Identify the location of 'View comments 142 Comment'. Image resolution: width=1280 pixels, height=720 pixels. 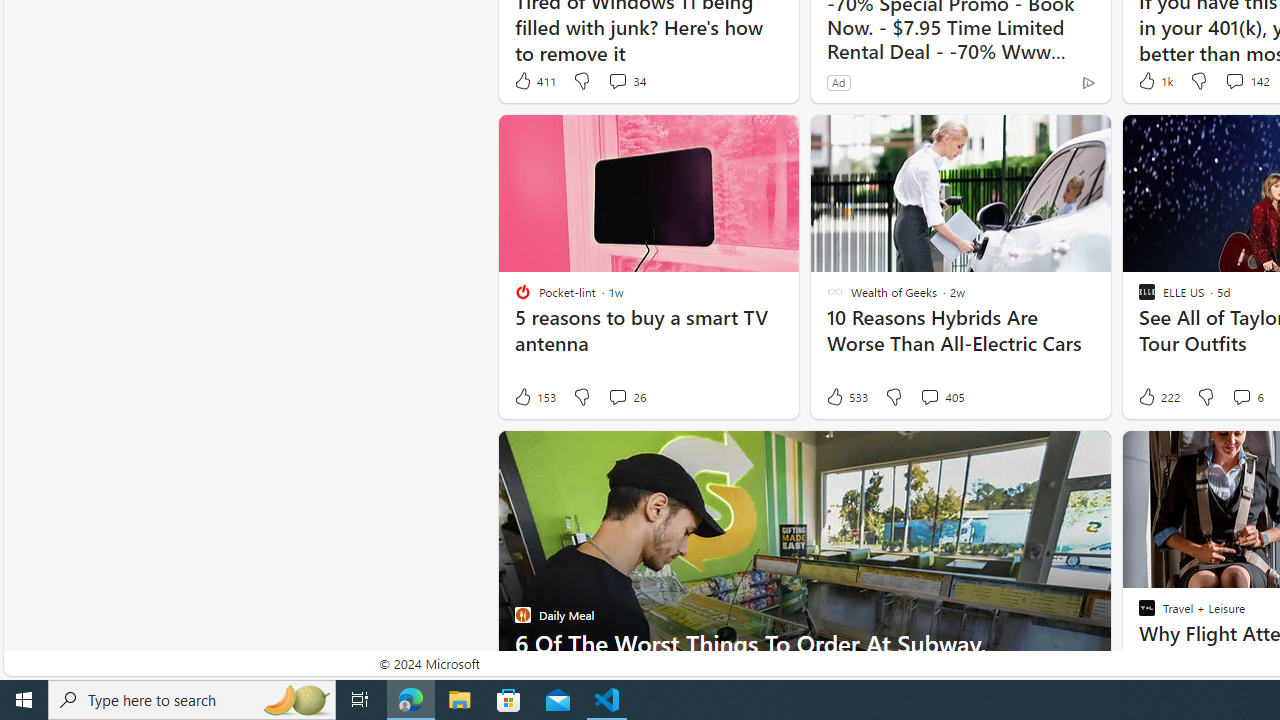
(1233, 80).